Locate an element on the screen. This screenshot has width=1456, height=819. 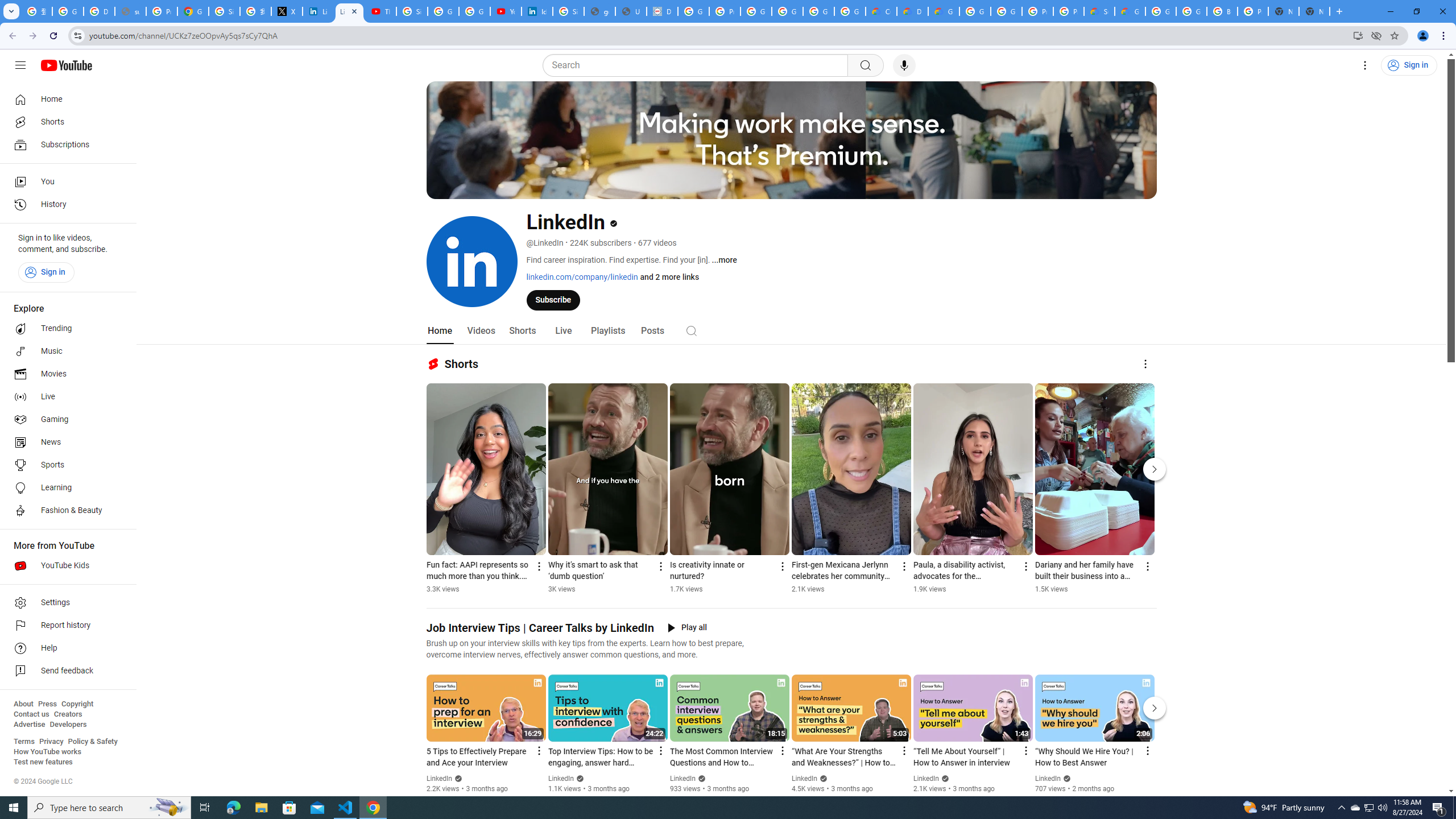
'Gaming' is located at coordinates (64, 419).